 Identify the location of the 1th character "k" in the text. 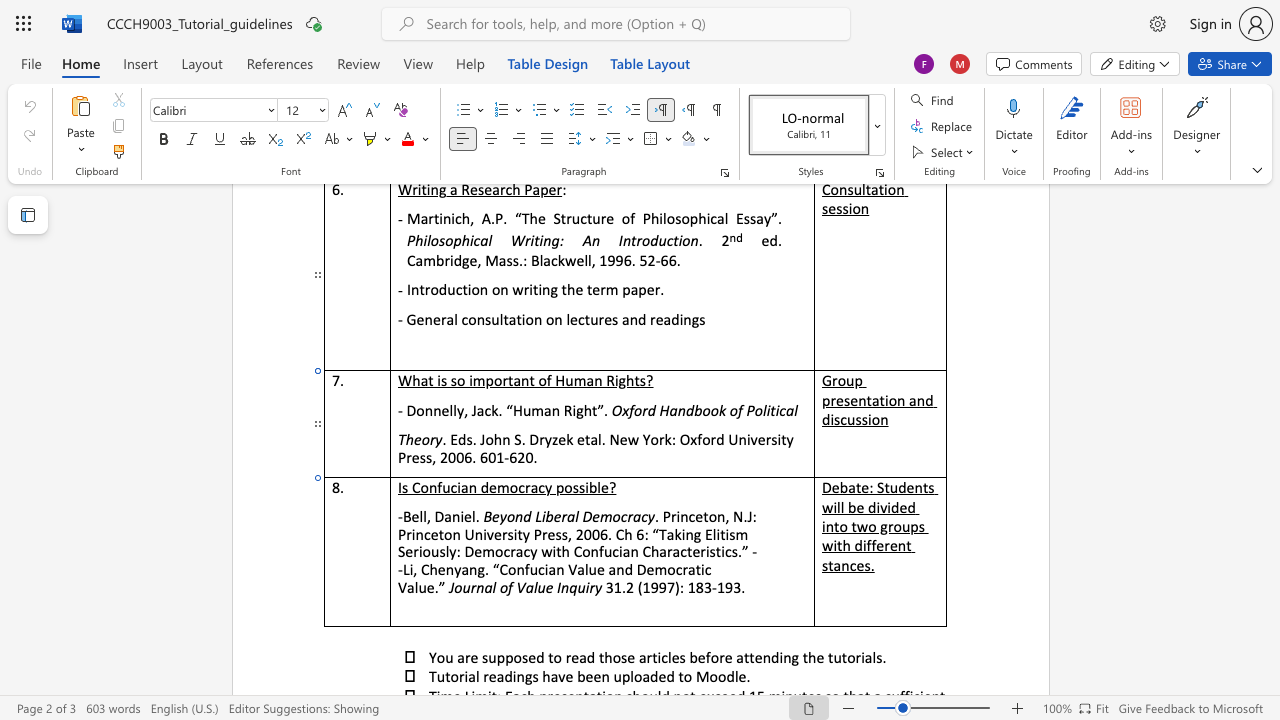
(568, 438).